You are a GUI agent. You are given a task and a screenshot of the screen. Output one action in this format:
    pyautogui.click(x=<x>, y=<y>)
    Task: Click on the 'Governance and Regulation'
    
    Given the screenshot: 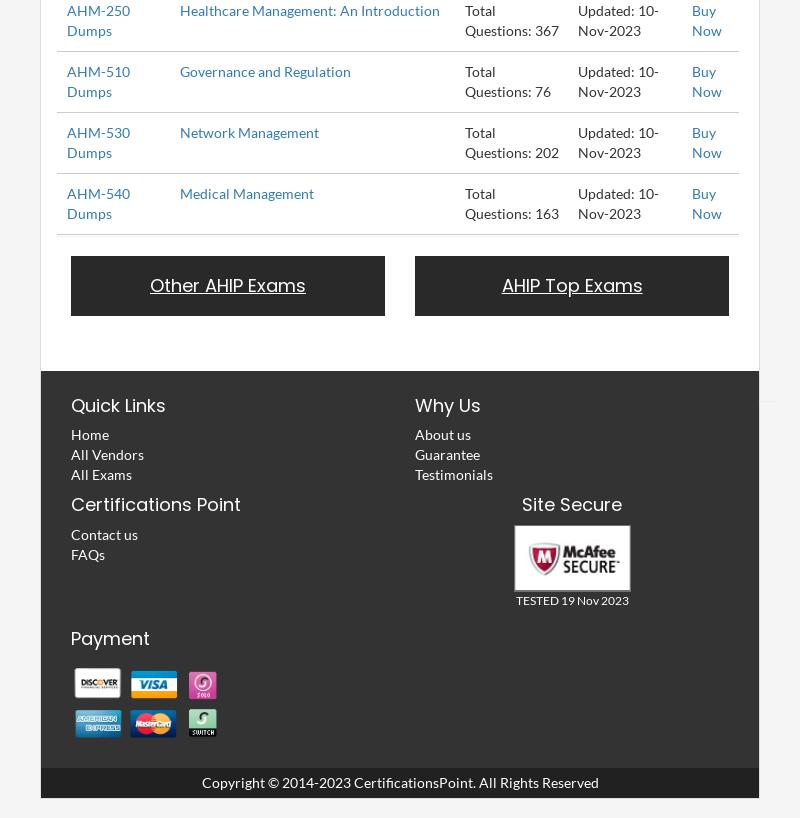 What is the action you would take?
    pyautogui.click(x=264, y=70)
    